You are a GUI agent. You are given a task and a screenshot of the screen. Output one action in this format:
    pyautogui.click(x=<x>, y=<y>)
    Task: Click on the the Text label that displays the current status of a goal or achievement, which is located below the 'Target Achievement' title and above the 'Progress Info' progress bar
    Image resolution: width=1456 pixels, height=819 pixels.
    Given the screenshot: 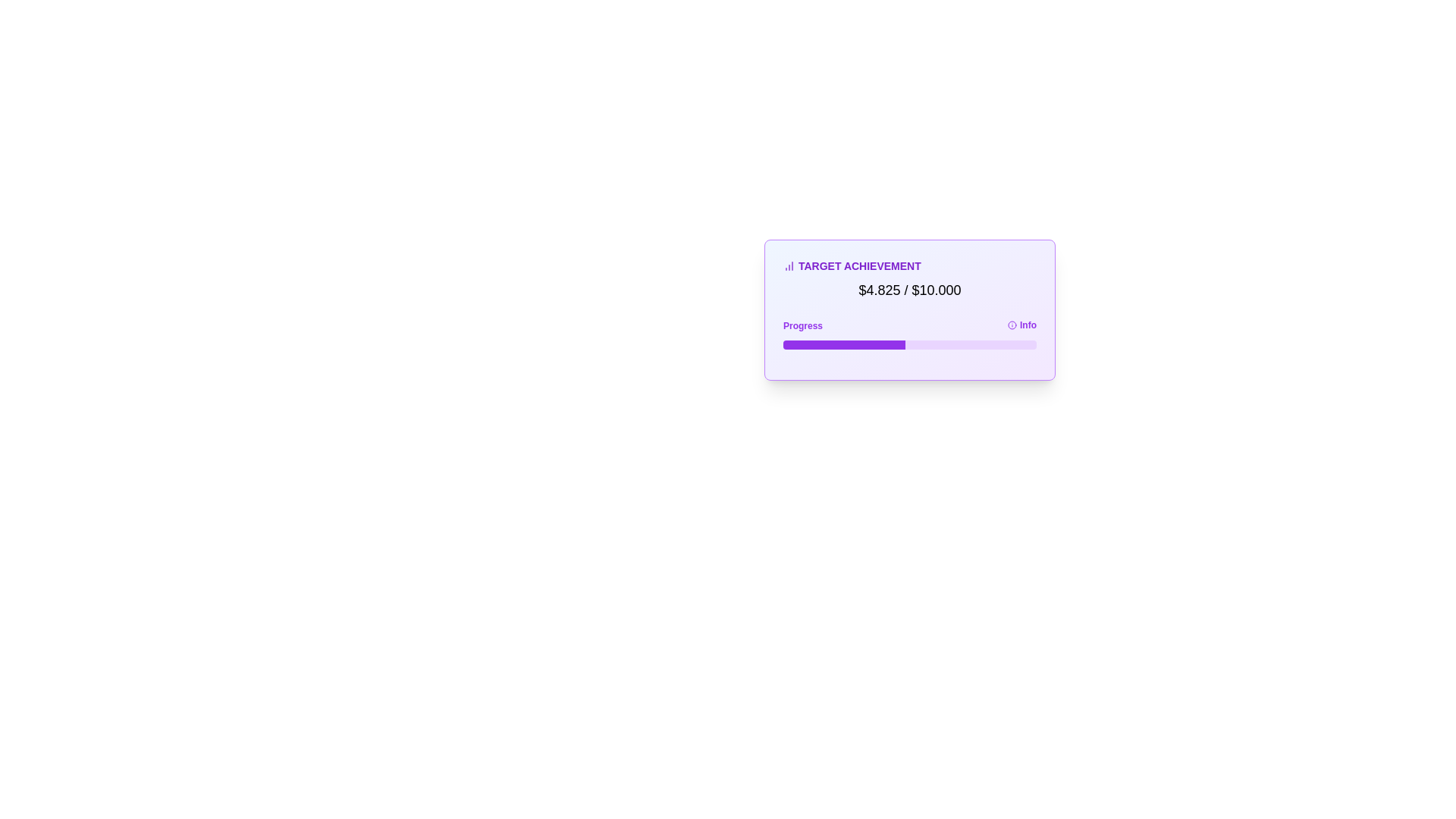 What is the action you would take?
    pyautogui.click(x=910, y=290)
    